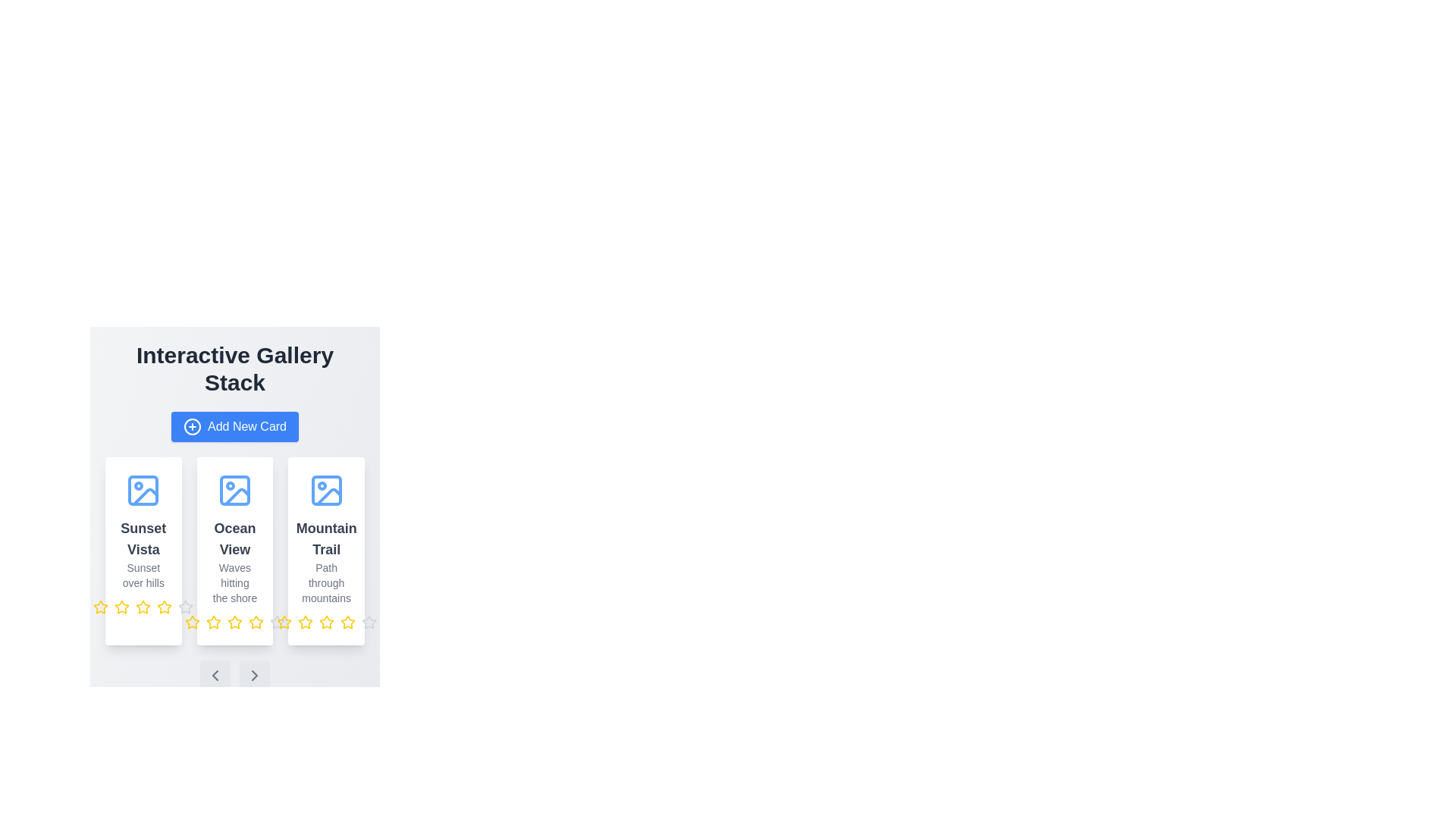 The height and width of the screenshot is (819, 1456). Describe the element at coordinates (214, 675) in the screenshot. I see `the small leftward-oriented chevron icon located inside the navigation control section at the bottom of the interface for tooltip or indication` at that location.